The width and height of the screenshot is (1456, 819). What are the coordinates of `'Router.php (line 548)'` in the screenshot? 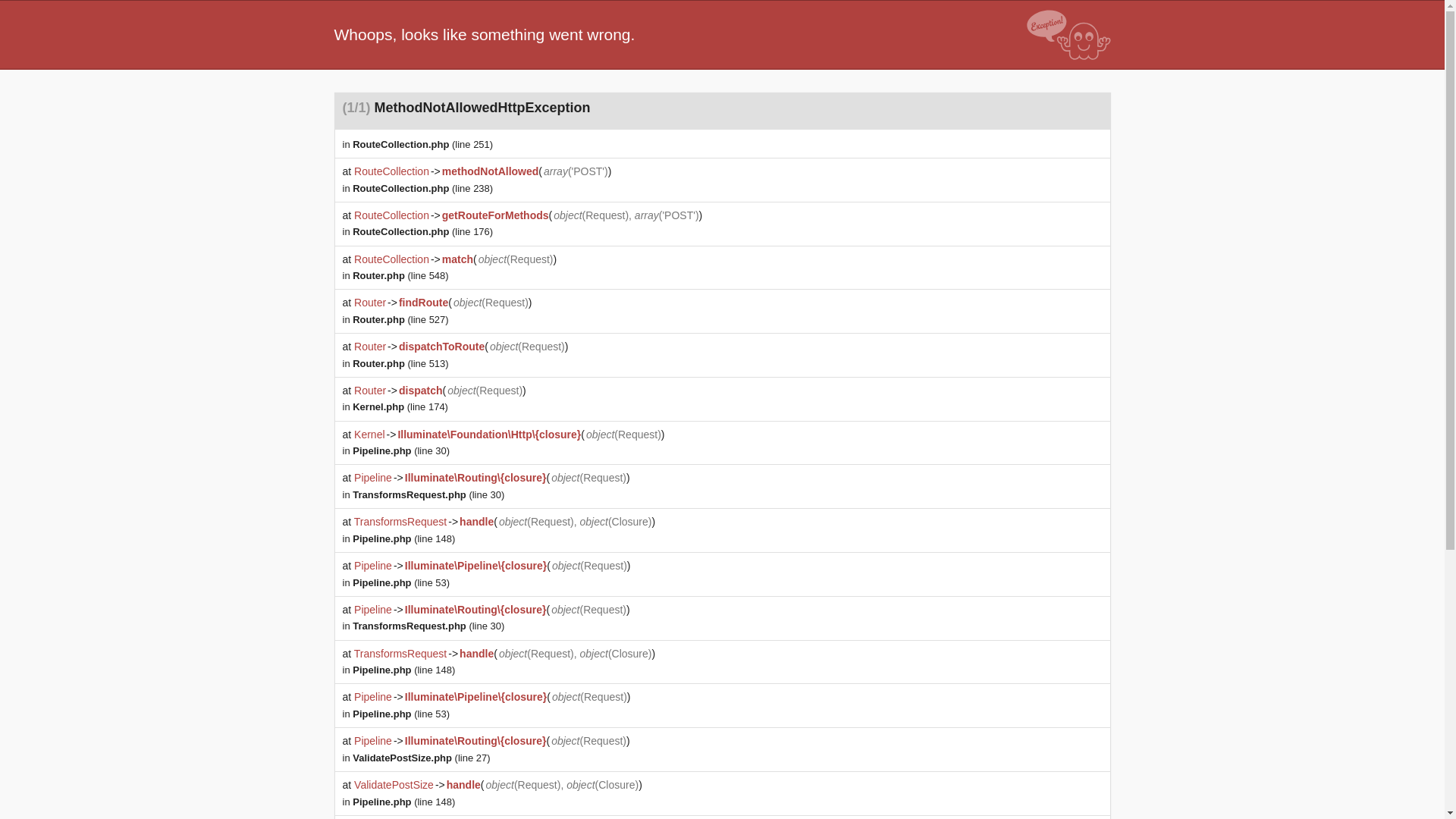 It's located at (352, 275).